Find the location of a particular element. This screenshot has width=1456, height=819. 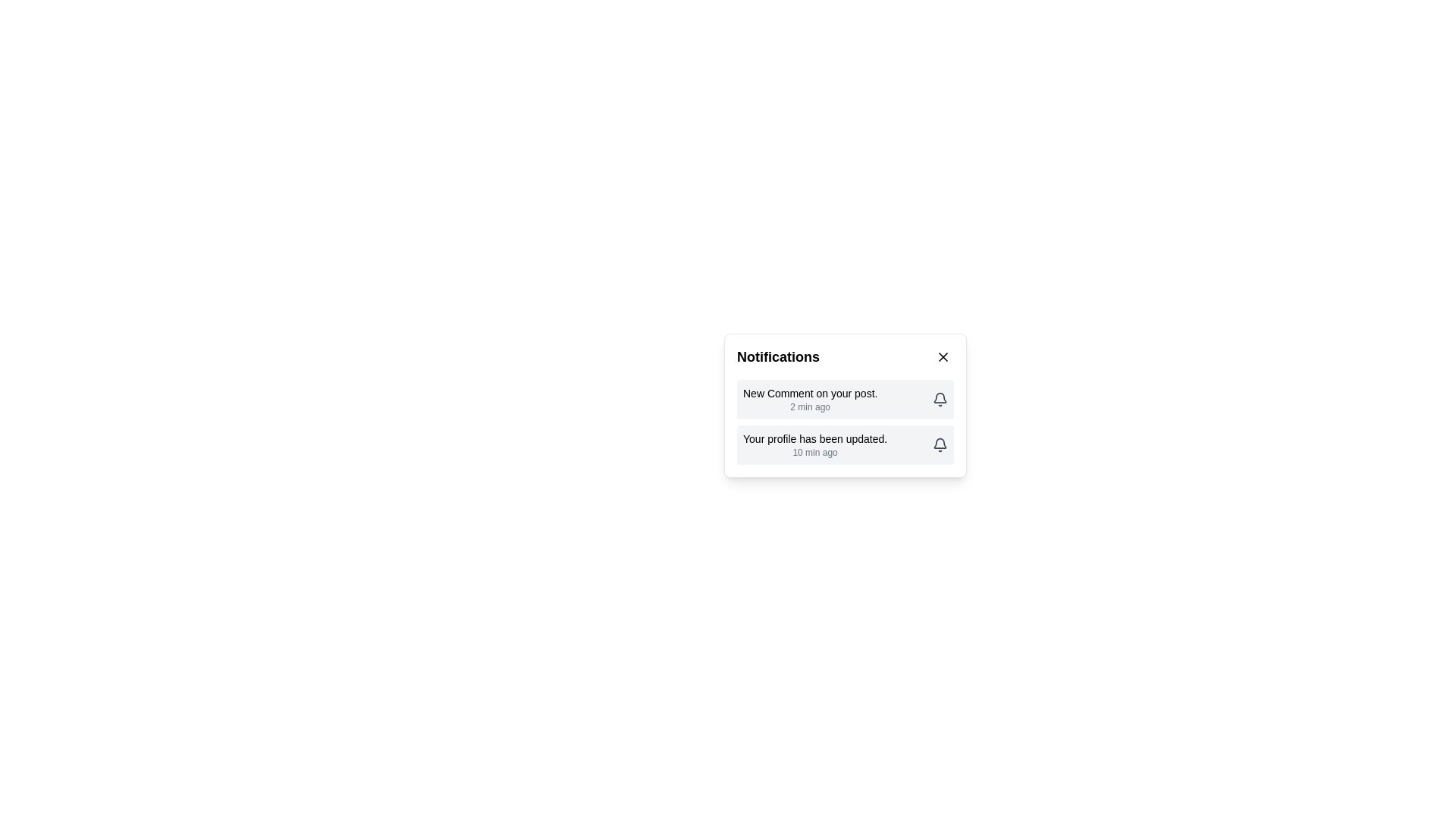

the gray bell icon, which is located on the far-right side of the notification about a comment is located at coordinates (939, 399).